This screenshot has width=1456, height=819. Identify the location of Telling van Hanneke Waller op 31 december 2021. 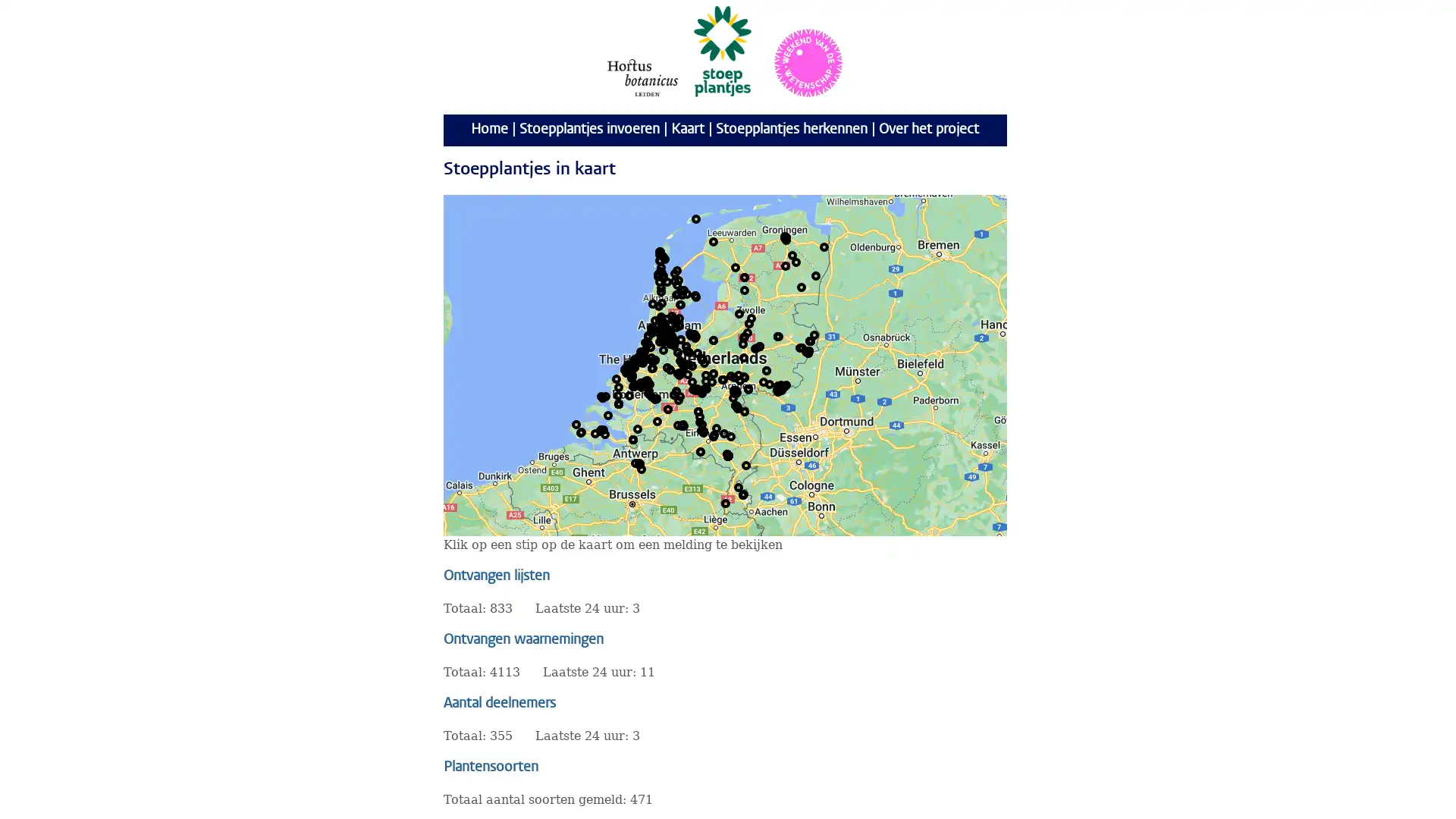
(676, 351).